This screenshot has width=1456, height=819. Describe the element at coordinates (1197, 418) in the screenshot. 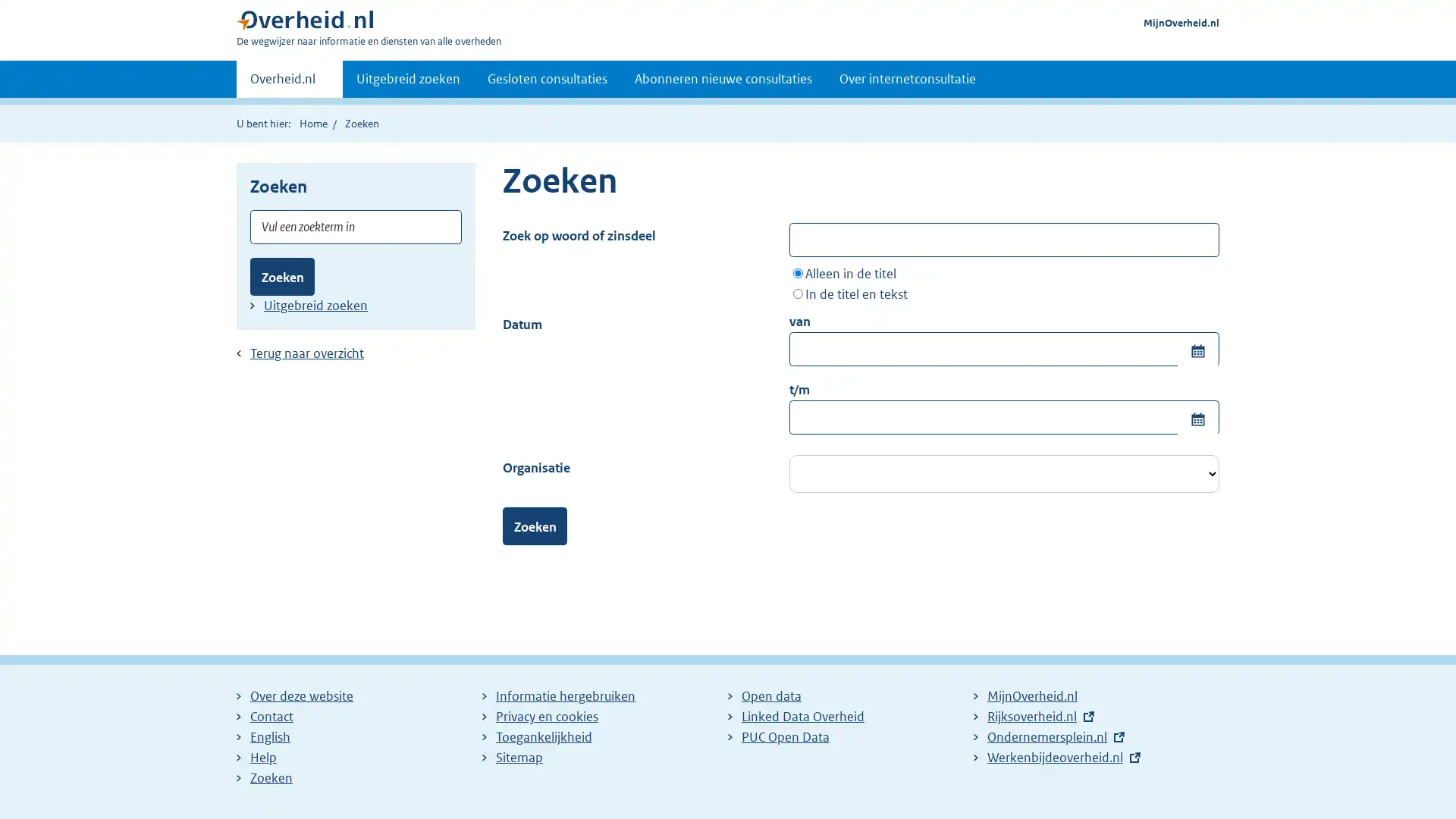

I see `Toon kalender` at that location.